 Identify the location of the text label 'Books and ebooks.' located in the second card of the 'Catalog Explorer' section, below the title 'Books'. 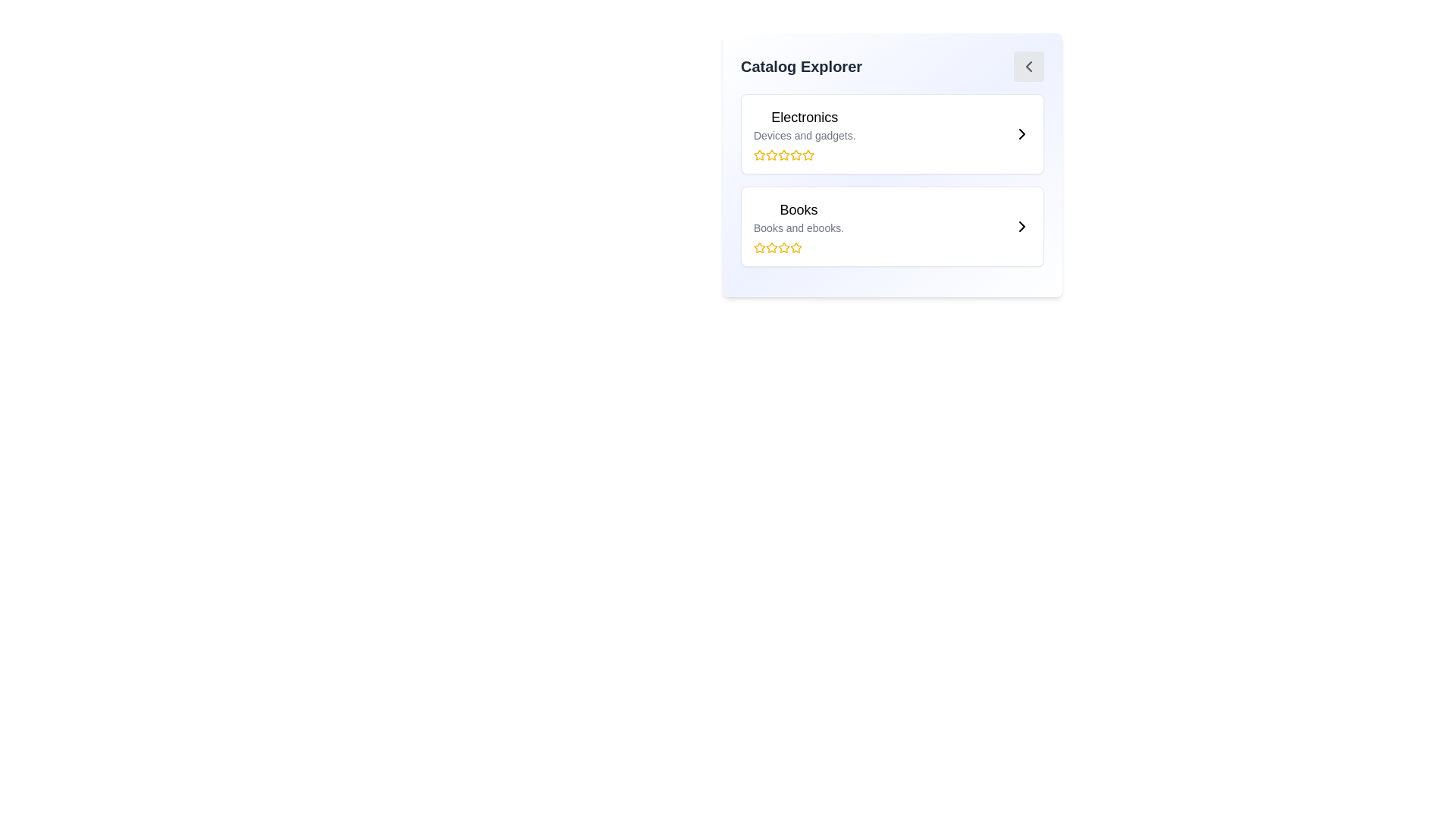
(798, 227).